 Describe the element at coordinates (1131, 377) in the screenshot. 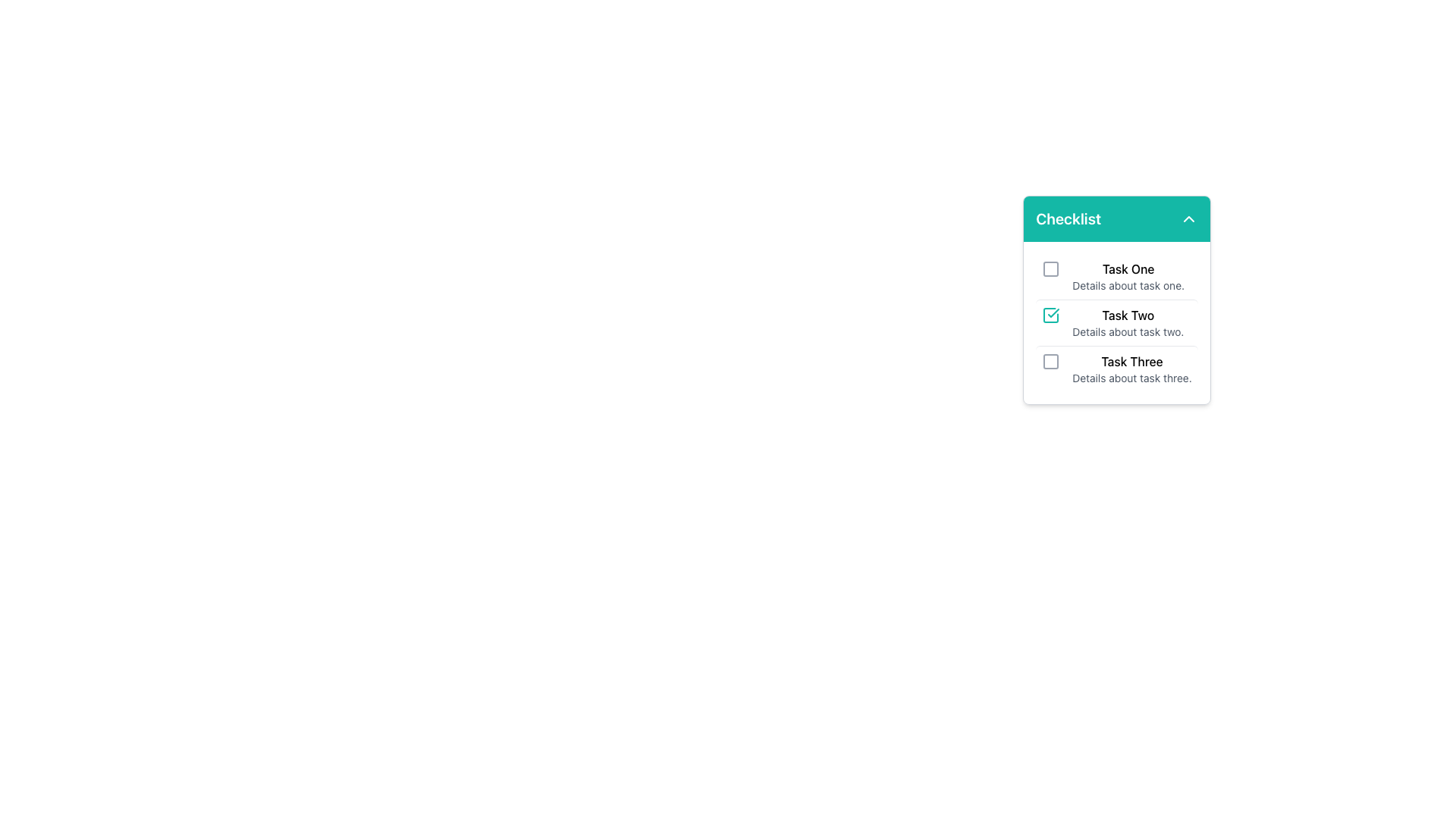

I see `the textual label displaying 'Details about task three.' located below the 'Task Three' heading in the checklist widget` at that location.